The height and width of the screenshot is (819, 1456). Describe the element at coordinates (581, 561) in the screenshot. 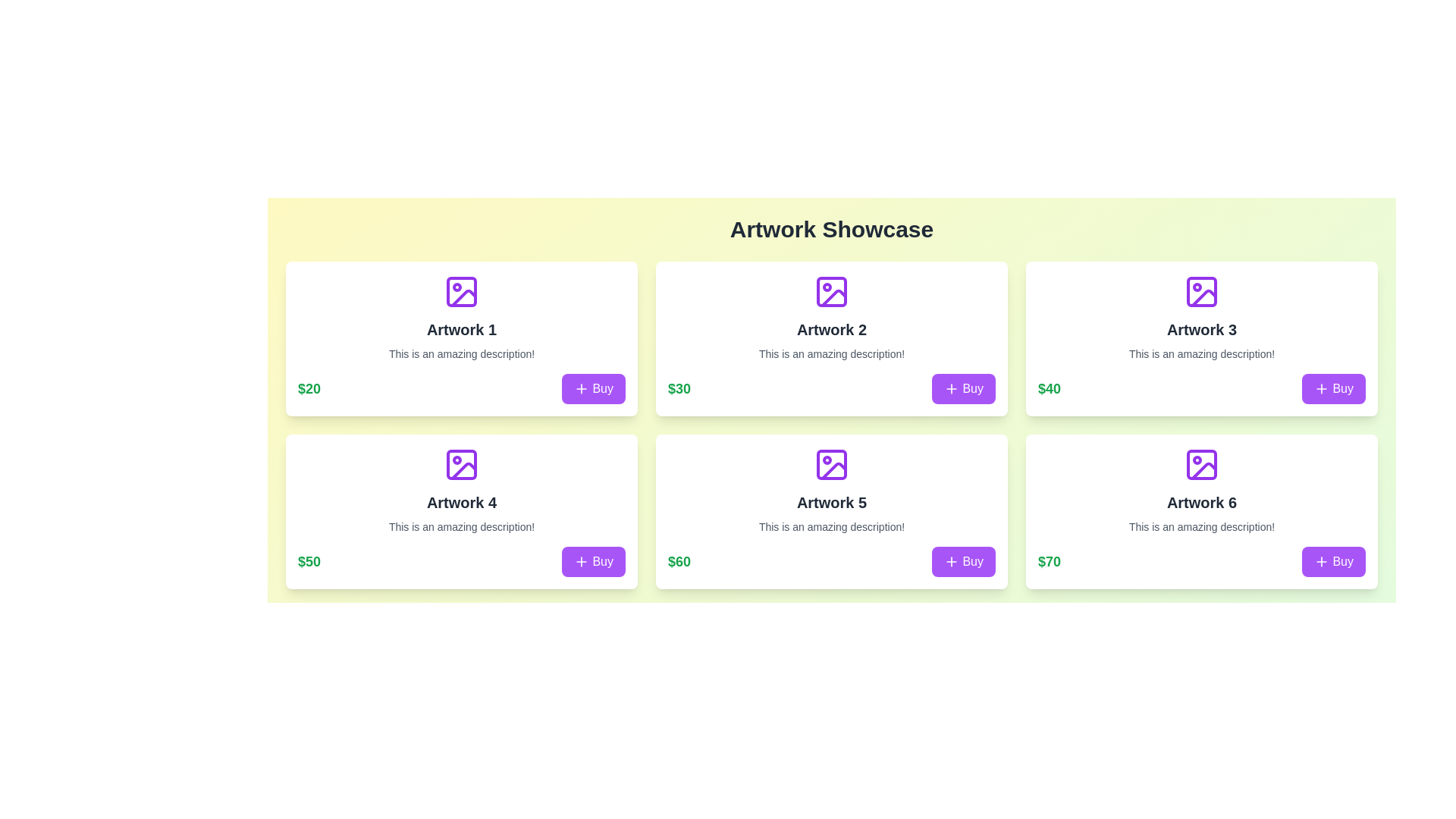

I see `the 'Buy' button icon located at the center of the 'Artwork 4' card to initiate the purchase action` at that location.